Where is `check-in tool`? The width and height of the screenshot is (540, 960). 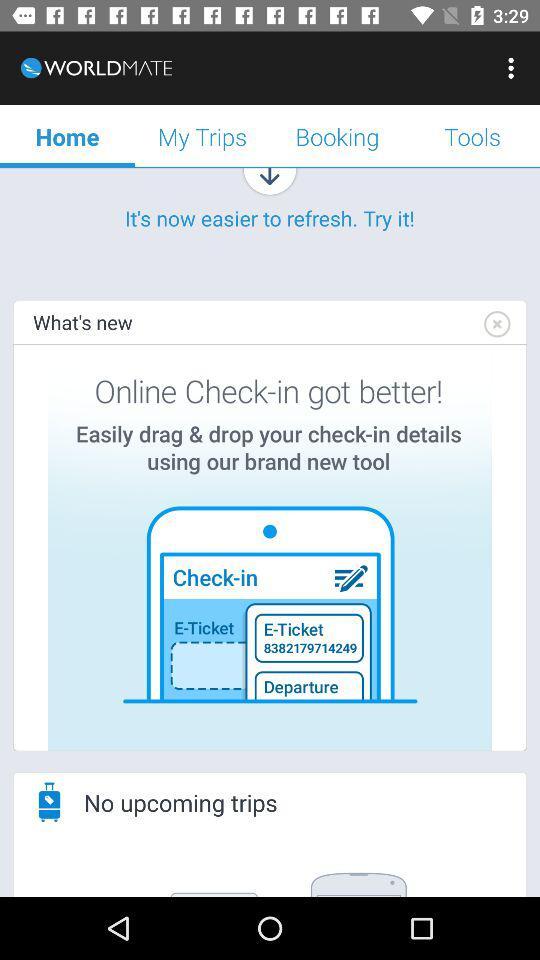 check-in tool is located at coordinates (270, 547).